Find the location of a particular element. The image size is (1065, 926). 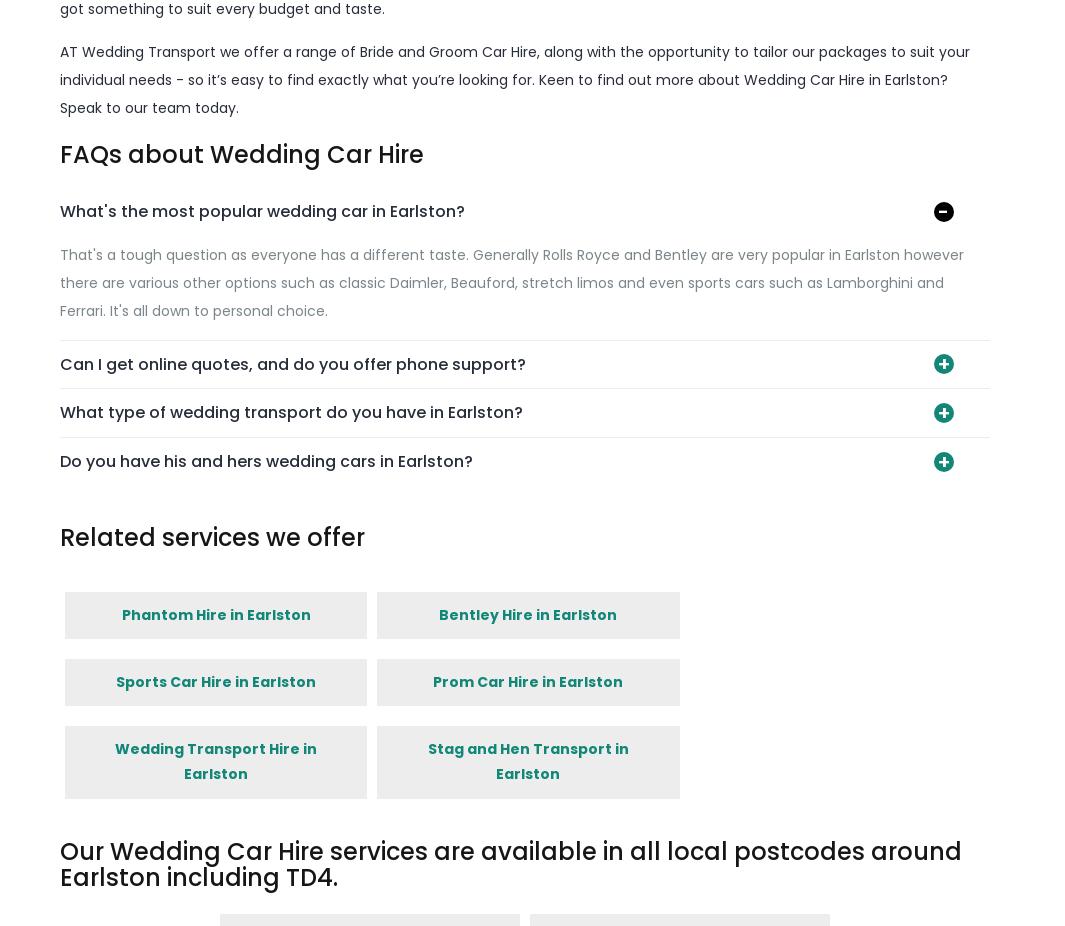

'Sports Car Hire in Earlston' is located at coordinates (214, 679).